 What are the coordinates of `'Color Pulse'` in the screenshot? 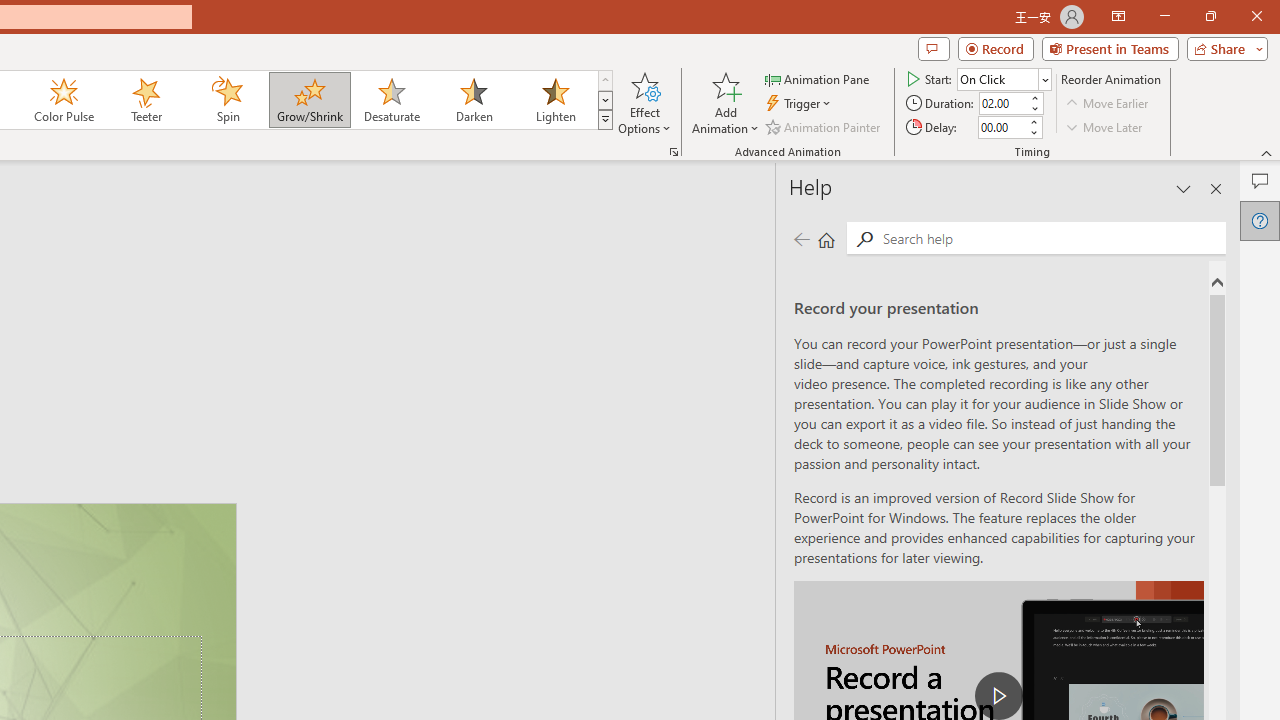 It's located at (64, 100).